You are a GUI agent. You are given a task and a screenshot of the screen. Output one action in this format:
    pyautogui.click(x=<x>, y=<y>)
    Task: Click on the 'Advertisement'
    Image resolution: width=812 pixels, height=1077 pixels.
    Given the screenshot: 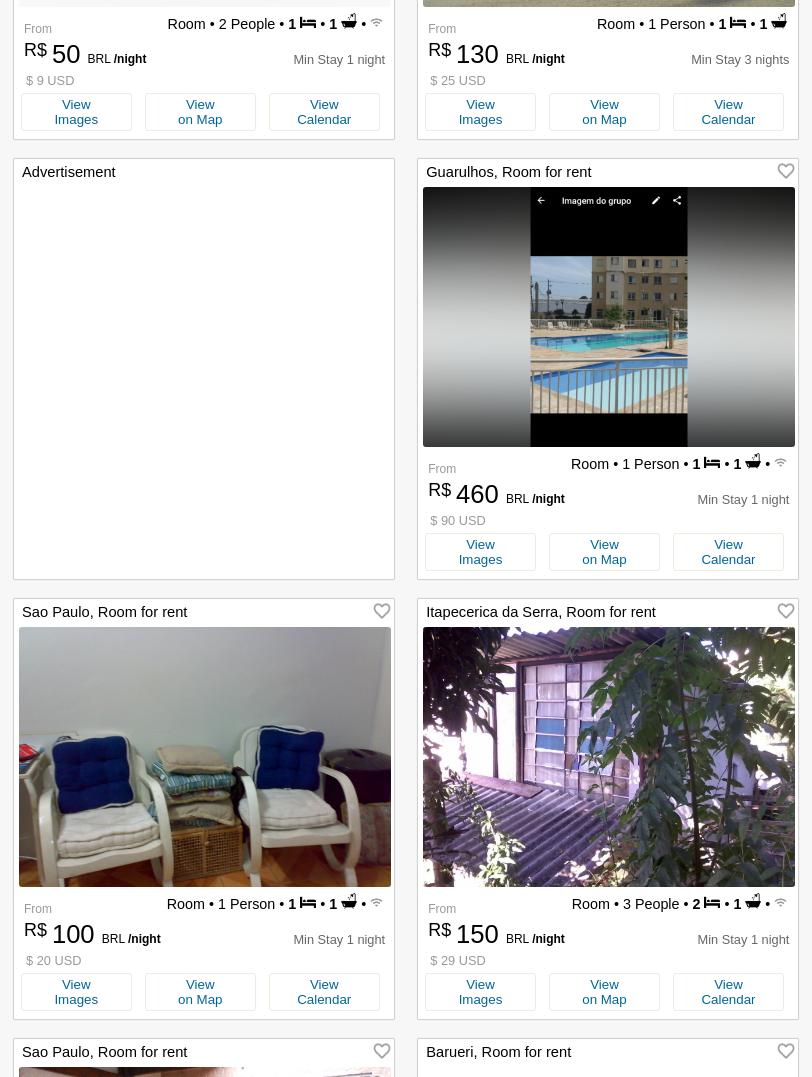 What is the action you would take?
    pyautogui.click(x=22, y=170)
    